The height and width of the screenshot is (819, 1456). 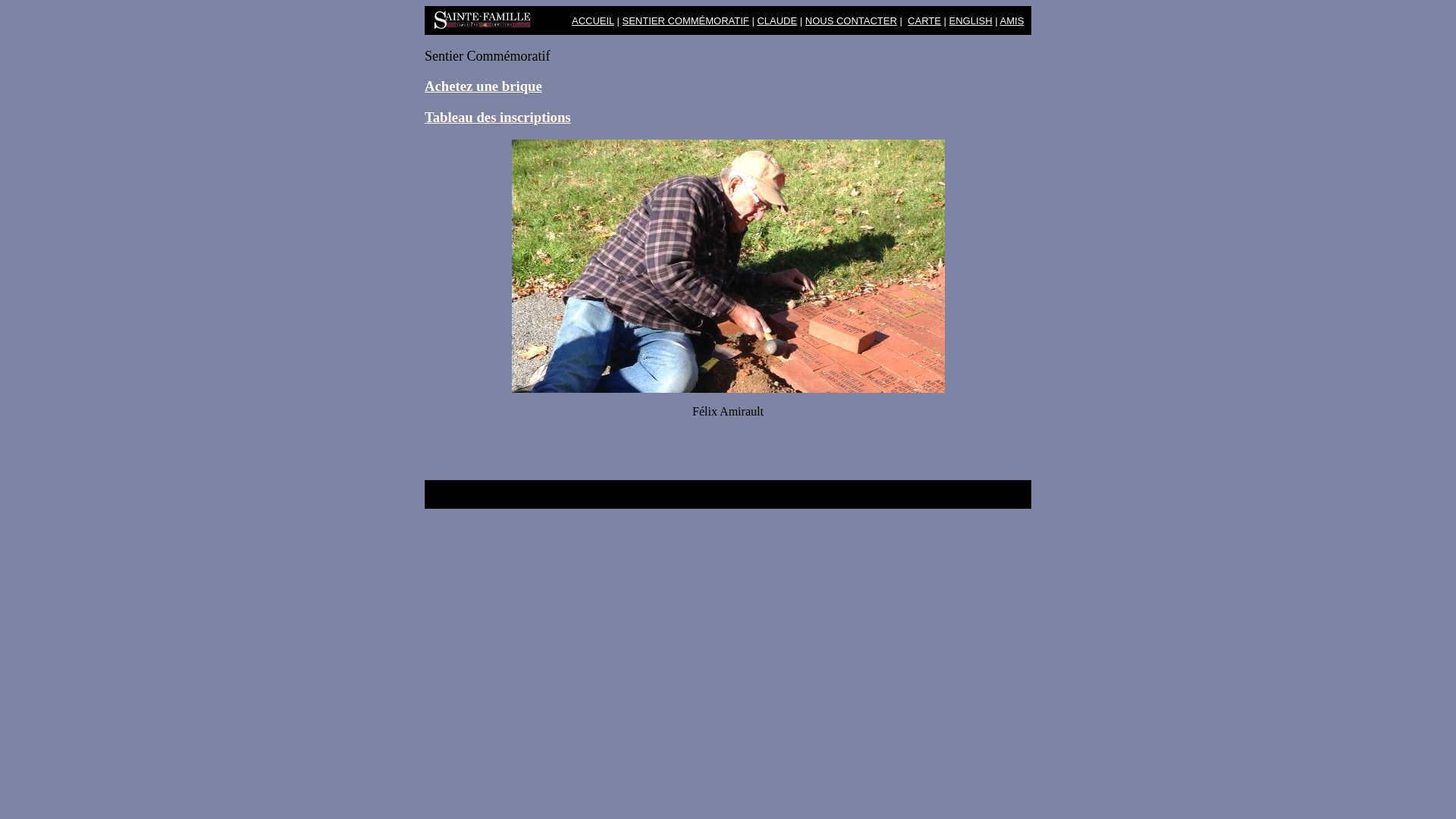 I want to click on 'ACCUEIL', so click(x=592, y=20).